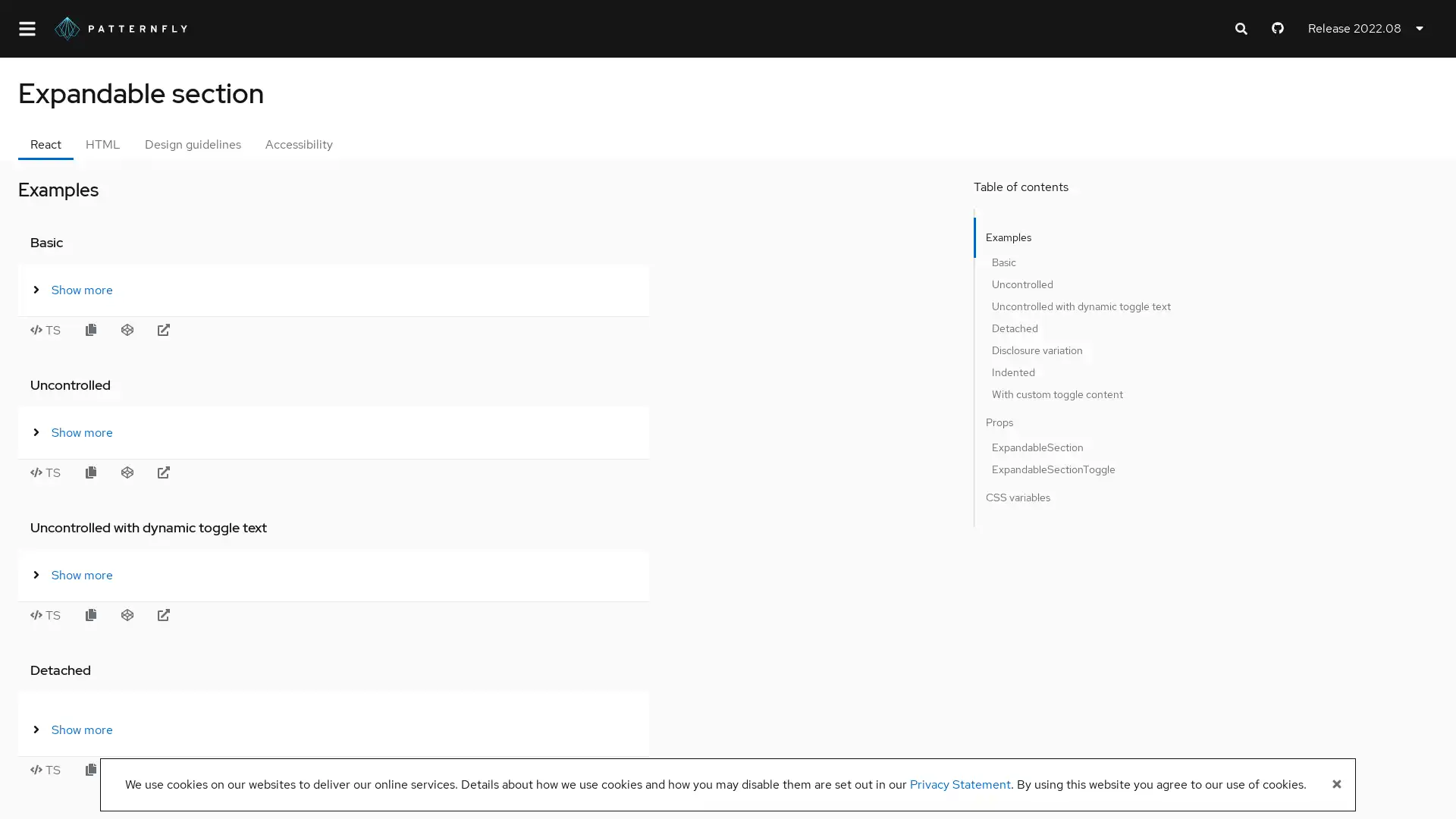 The height and width of the screenshot is (819, 1456). What do you see at coordinates (297, 575) in the screenshot?
I see `Show more` at bounding box center [297, 575].